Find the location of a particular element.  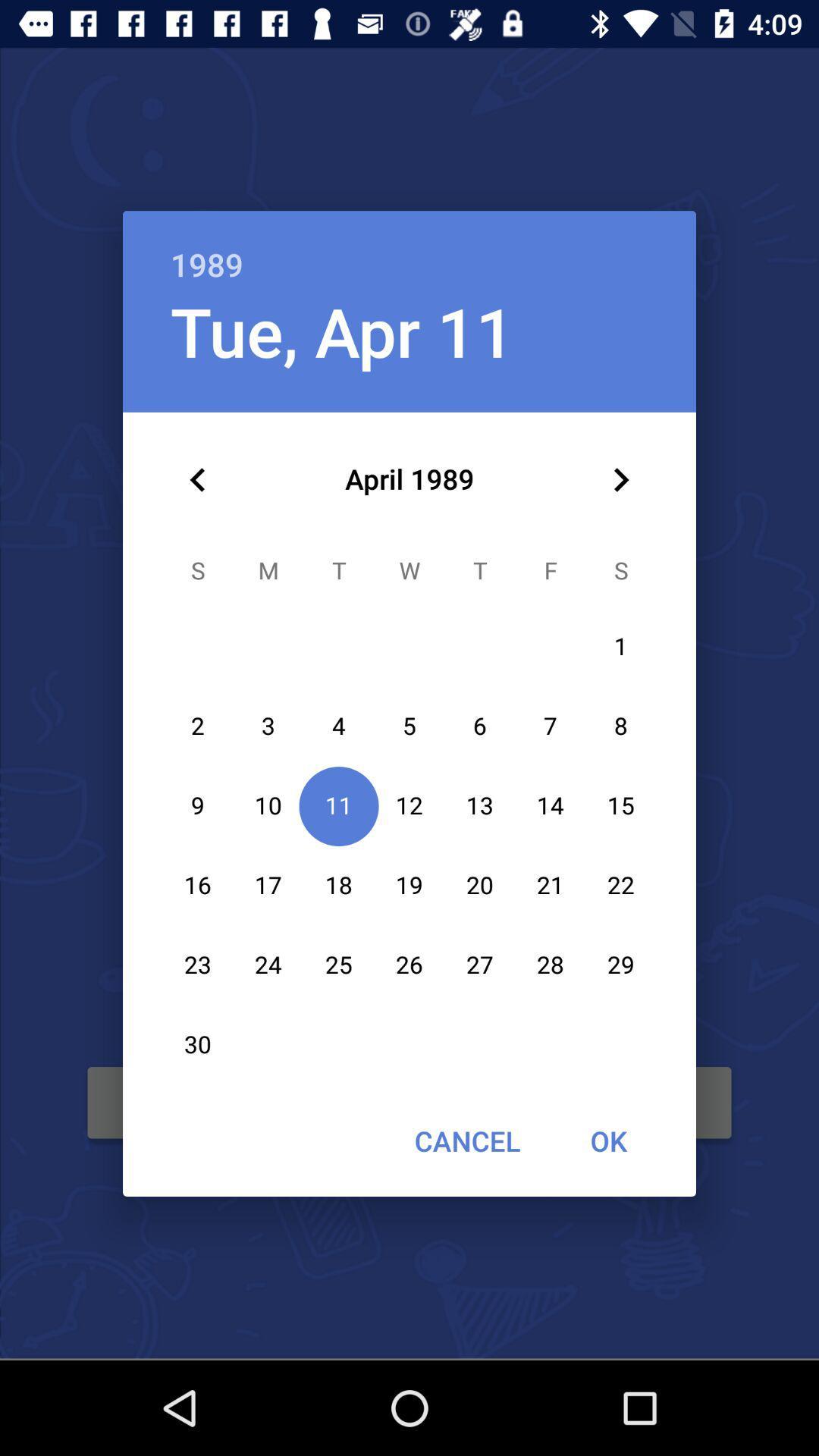

the icon below 1989 icon is located at coordinates (620, 479).